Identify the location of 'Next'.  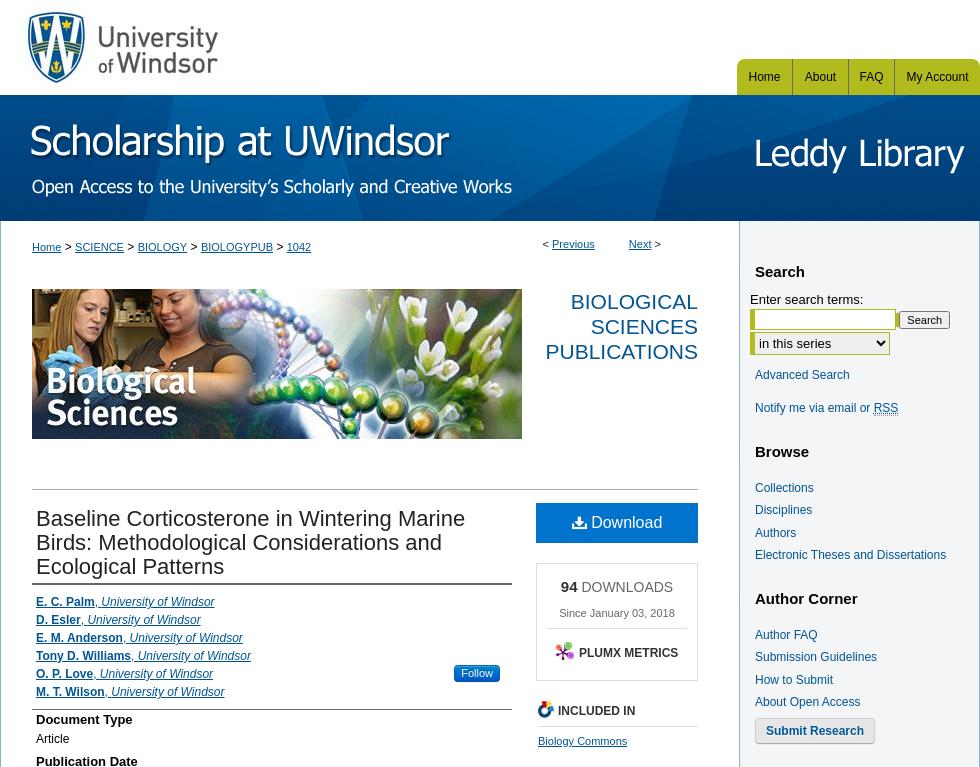
(627, 242).